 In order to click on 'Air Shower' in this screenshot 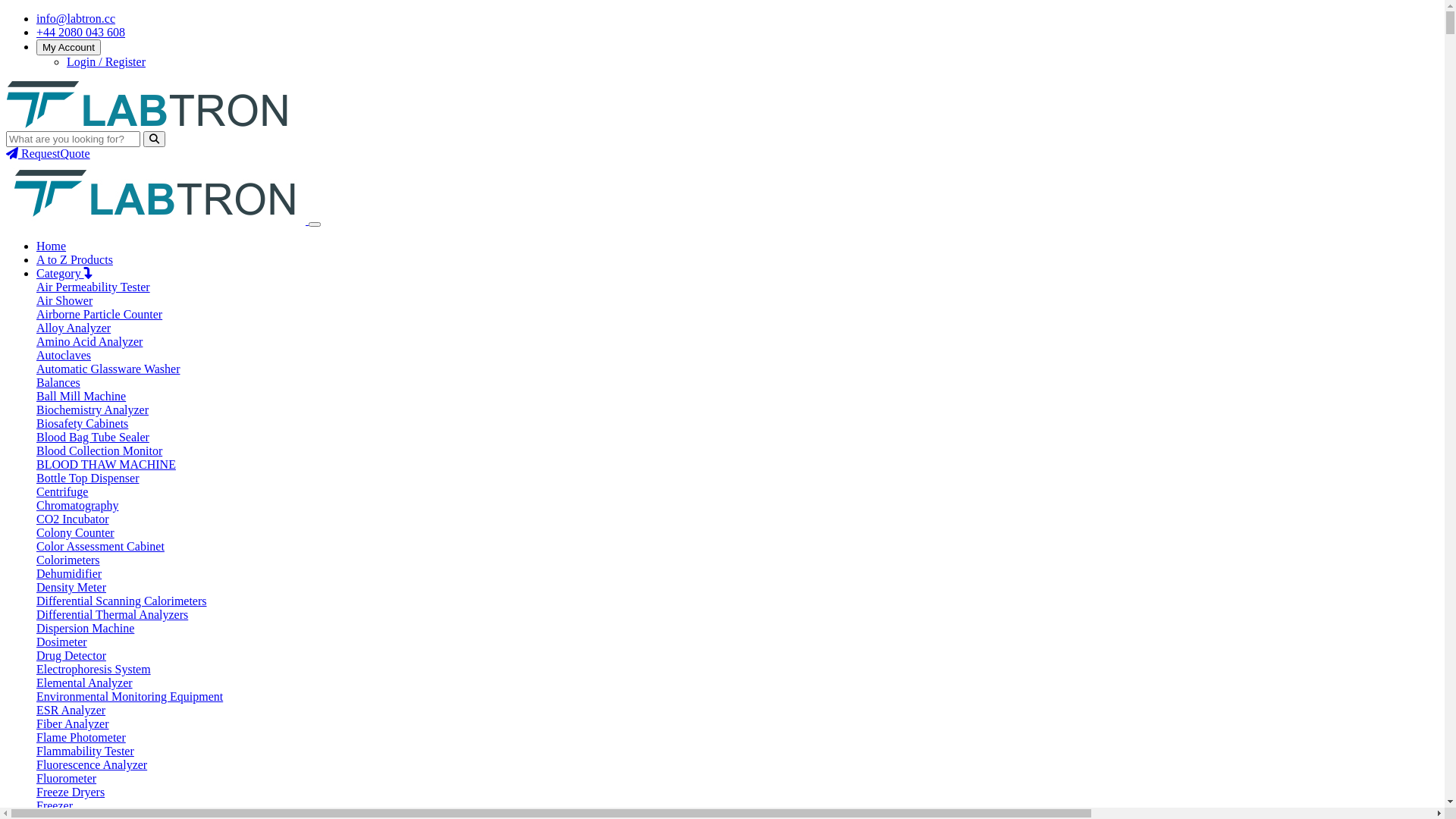, I will do `click(64, 300)`.